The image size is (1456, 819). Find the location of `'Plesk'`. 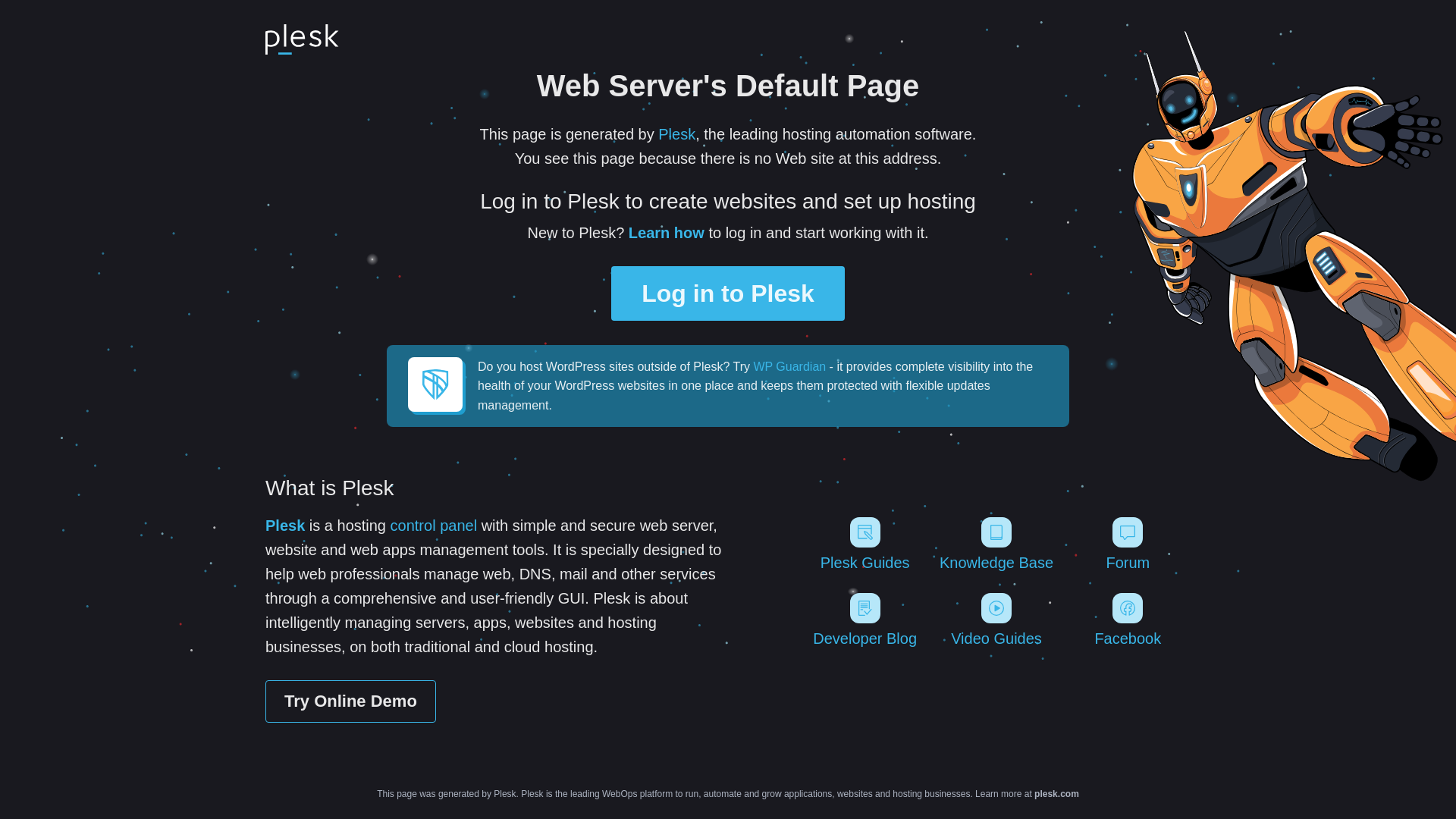

'Plesk' is located at coordinates (265, 525).